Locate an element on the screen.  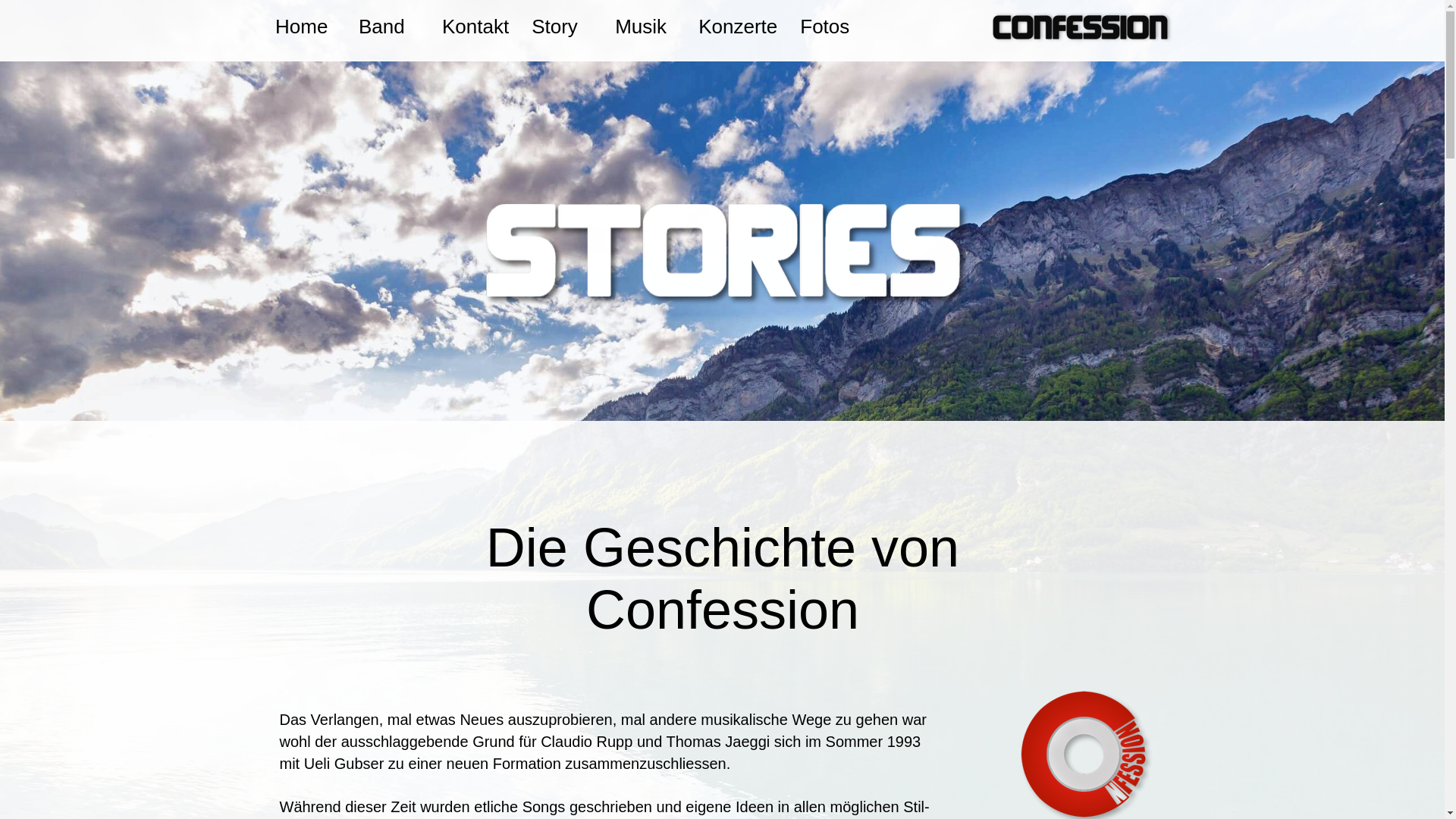
'Fotos' is located at coordinates (829, 26).